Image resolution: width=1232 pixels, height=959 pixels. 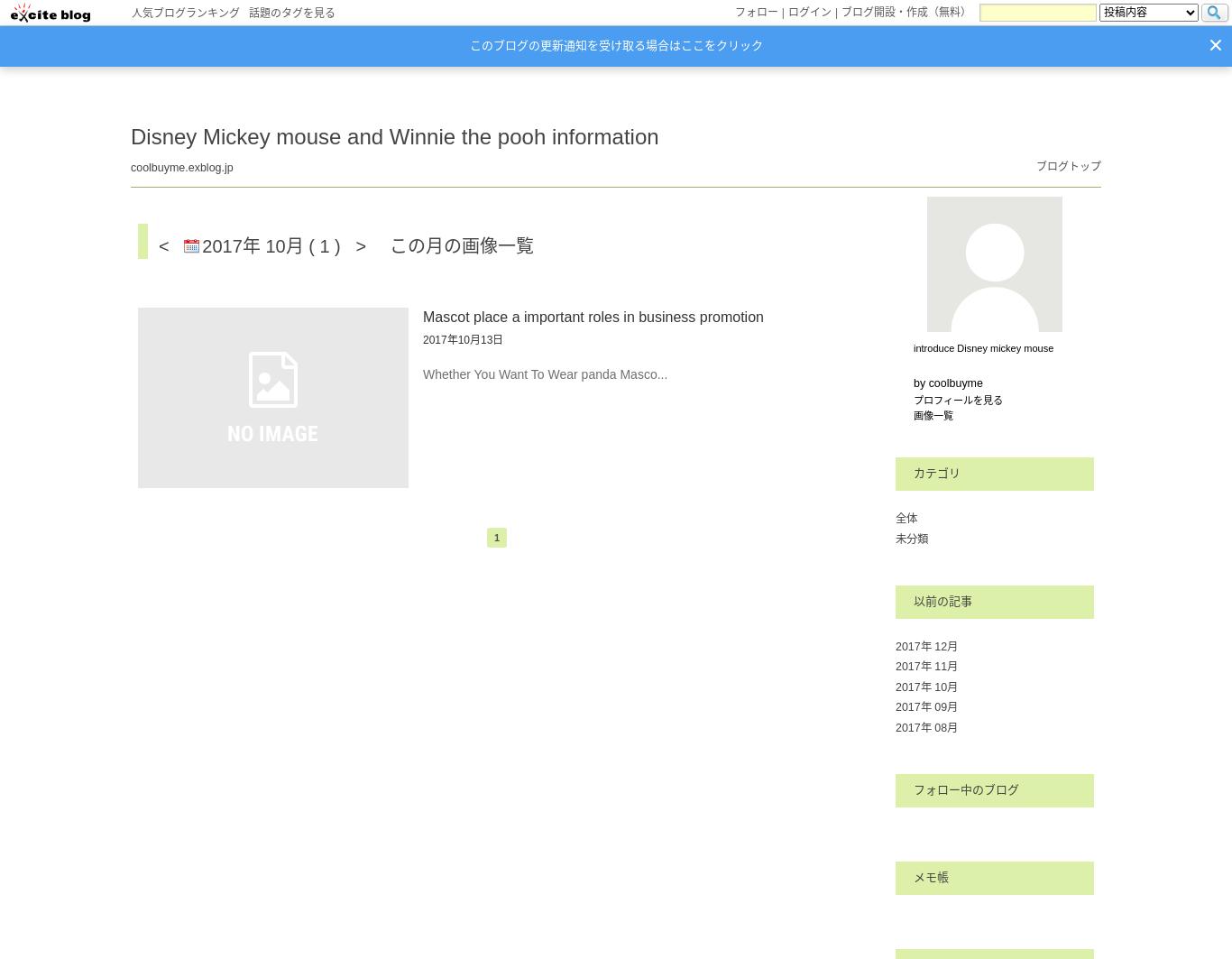 I want to click on 'introduce Disney mickey mouse', so click(x=914, y=347).